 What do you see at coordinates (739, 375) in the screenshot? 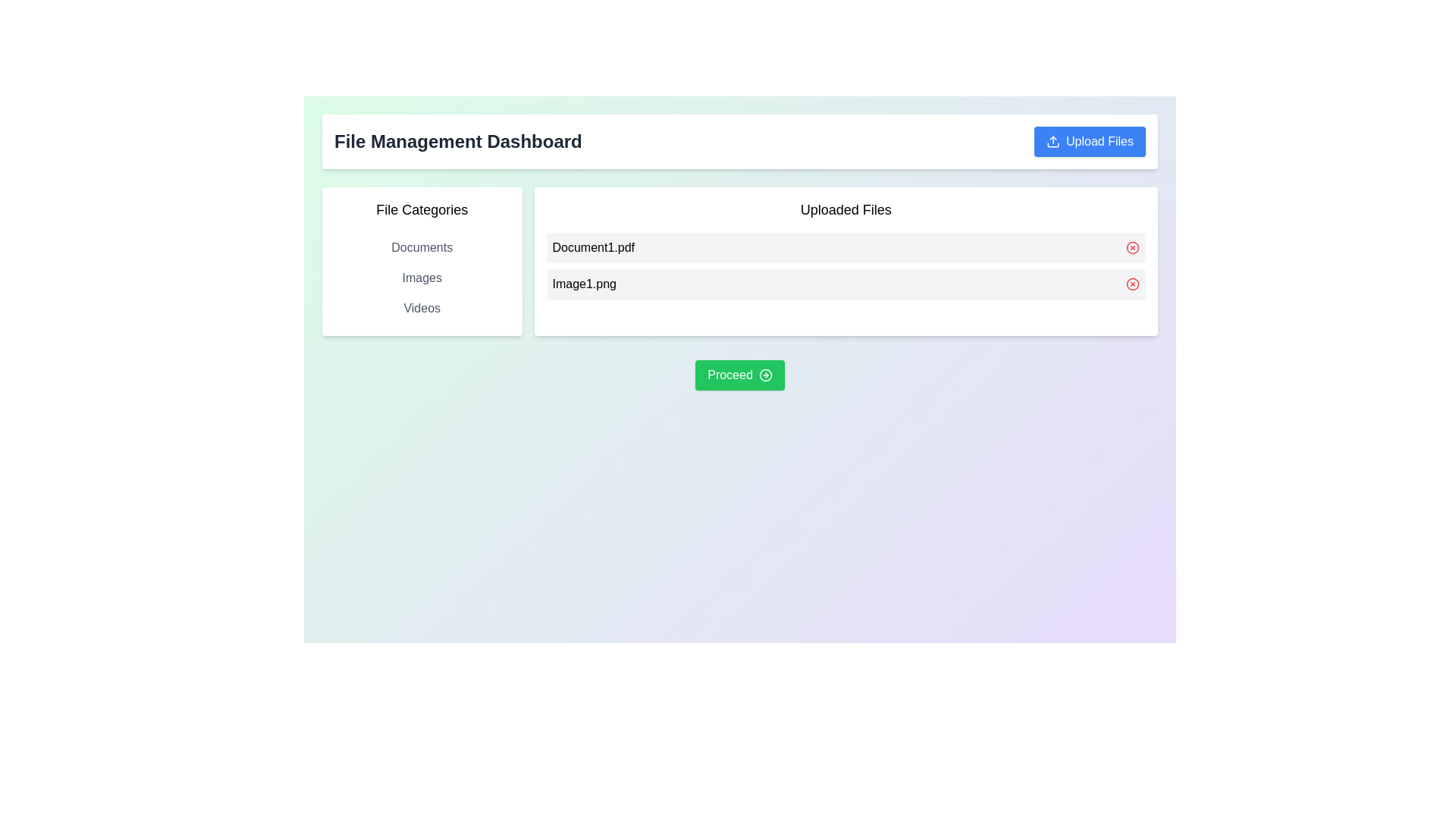
I see `the button located at the bottom center of the layout, just below the 'Uploaded Files' section, to proceed to the next step` at bounding box center [739, 375].